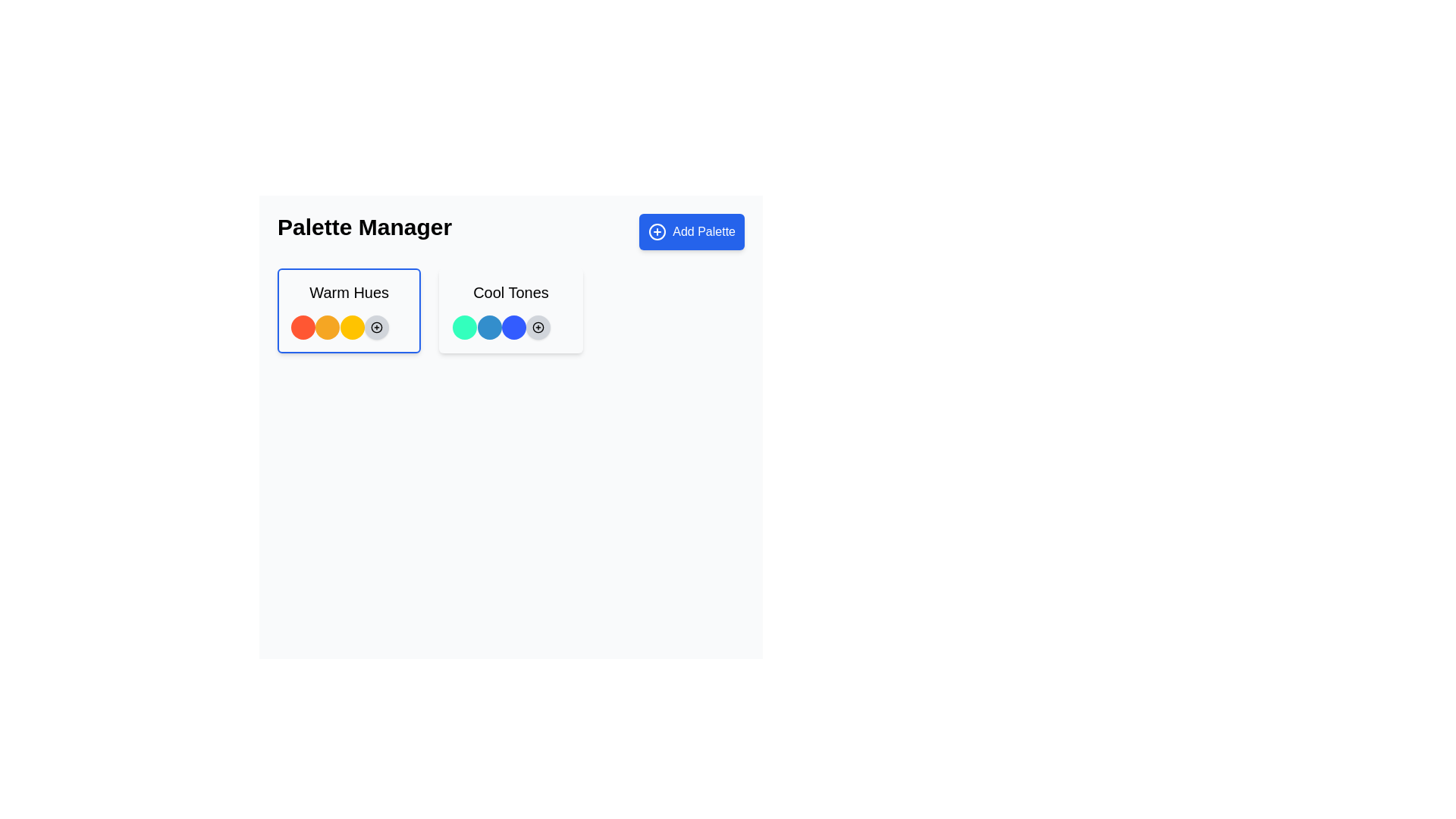 The width and height of the screenshot is (1456, 819). I want to click on the fourth circular button in the 'Cool Tones' palette, so click(538, 327).